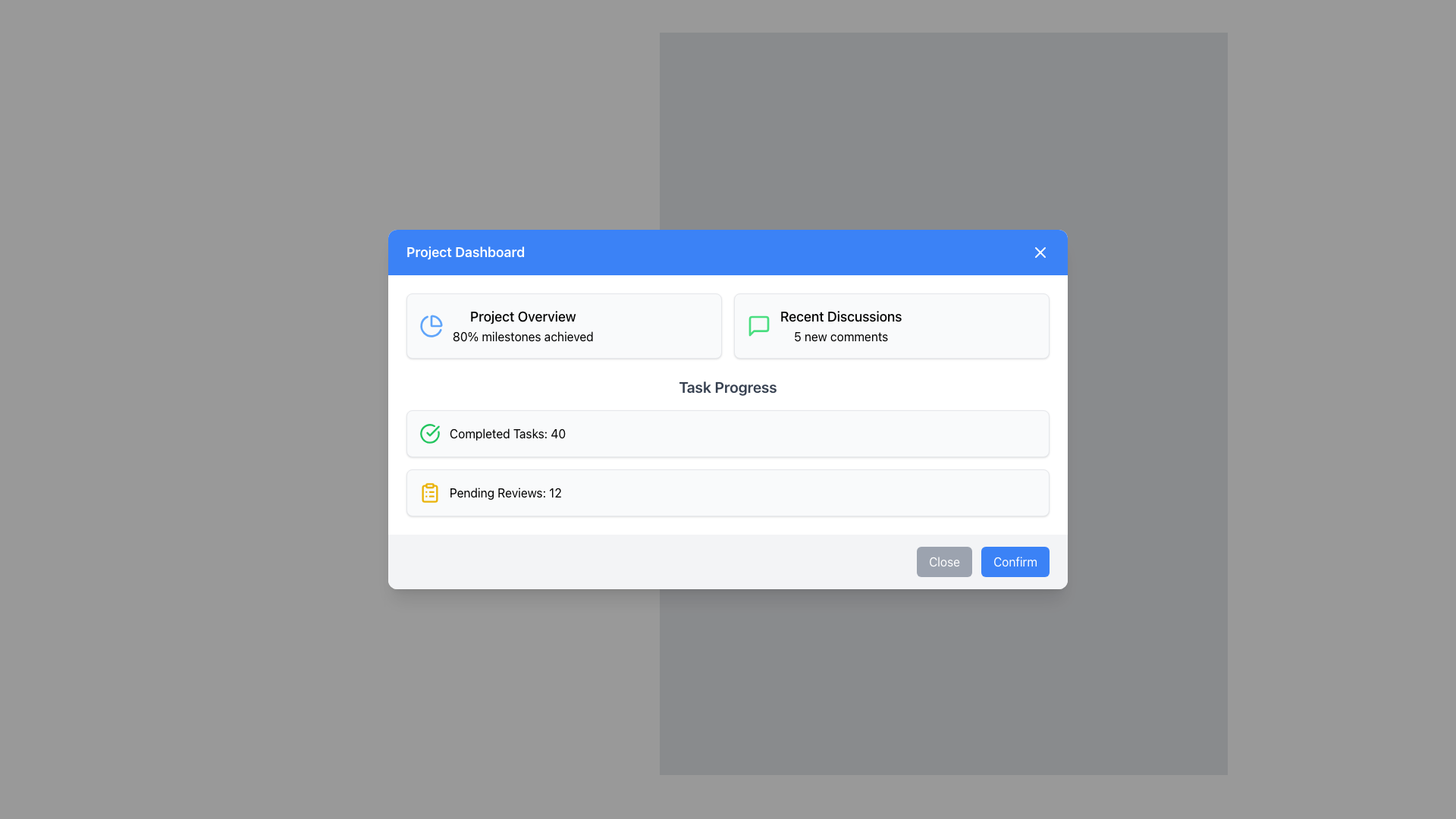 This screenshot has height=819, width=1456. Describe the element at coordinates (840, 335) in the screenshot. I see `the static text displaying '5 new comments' located below the 'Recent Discussions' label in the top-right section of the dialog` at that location.